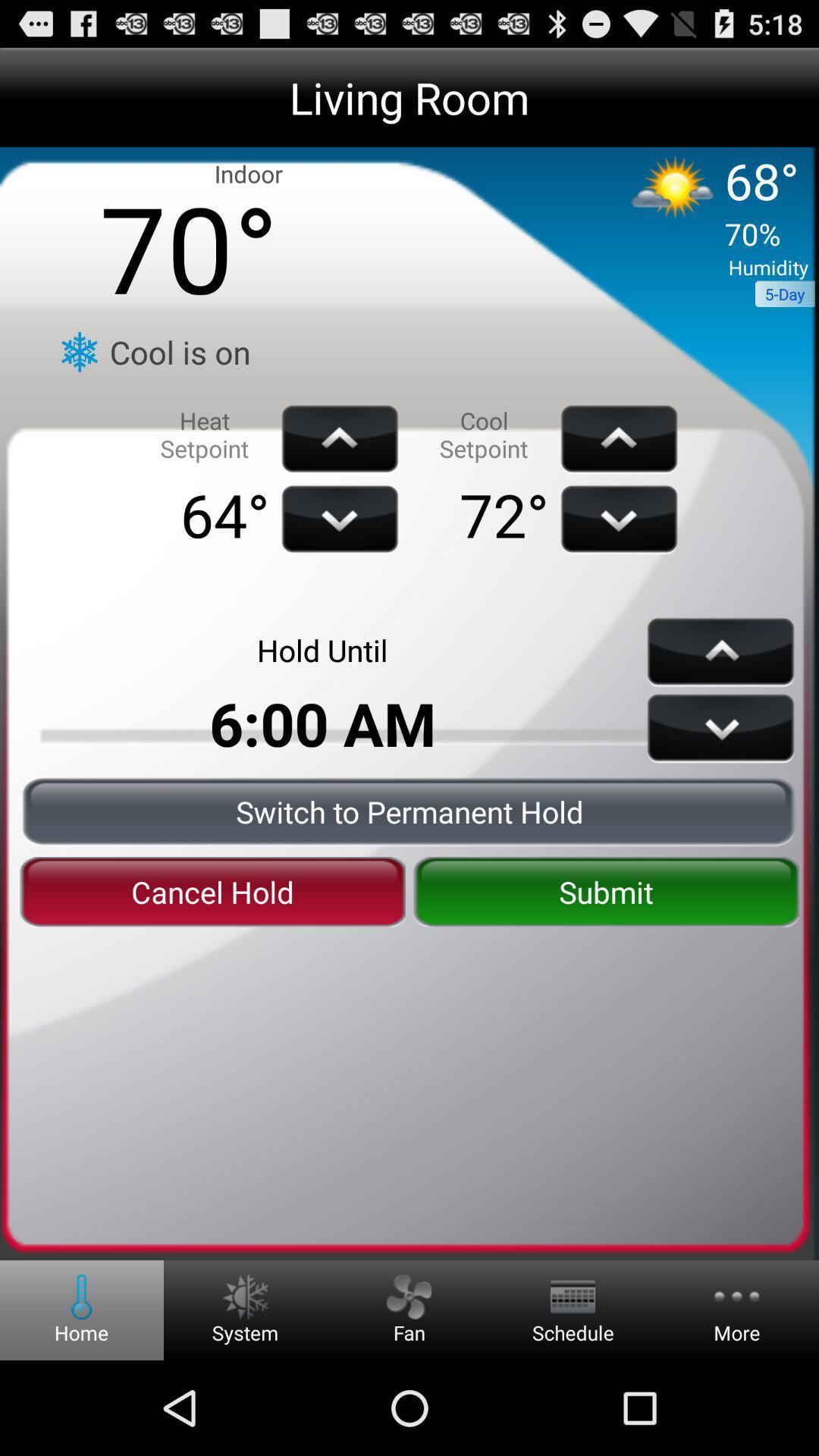  I want to click on the icon below the switch to permanent item, so click(212, 892).